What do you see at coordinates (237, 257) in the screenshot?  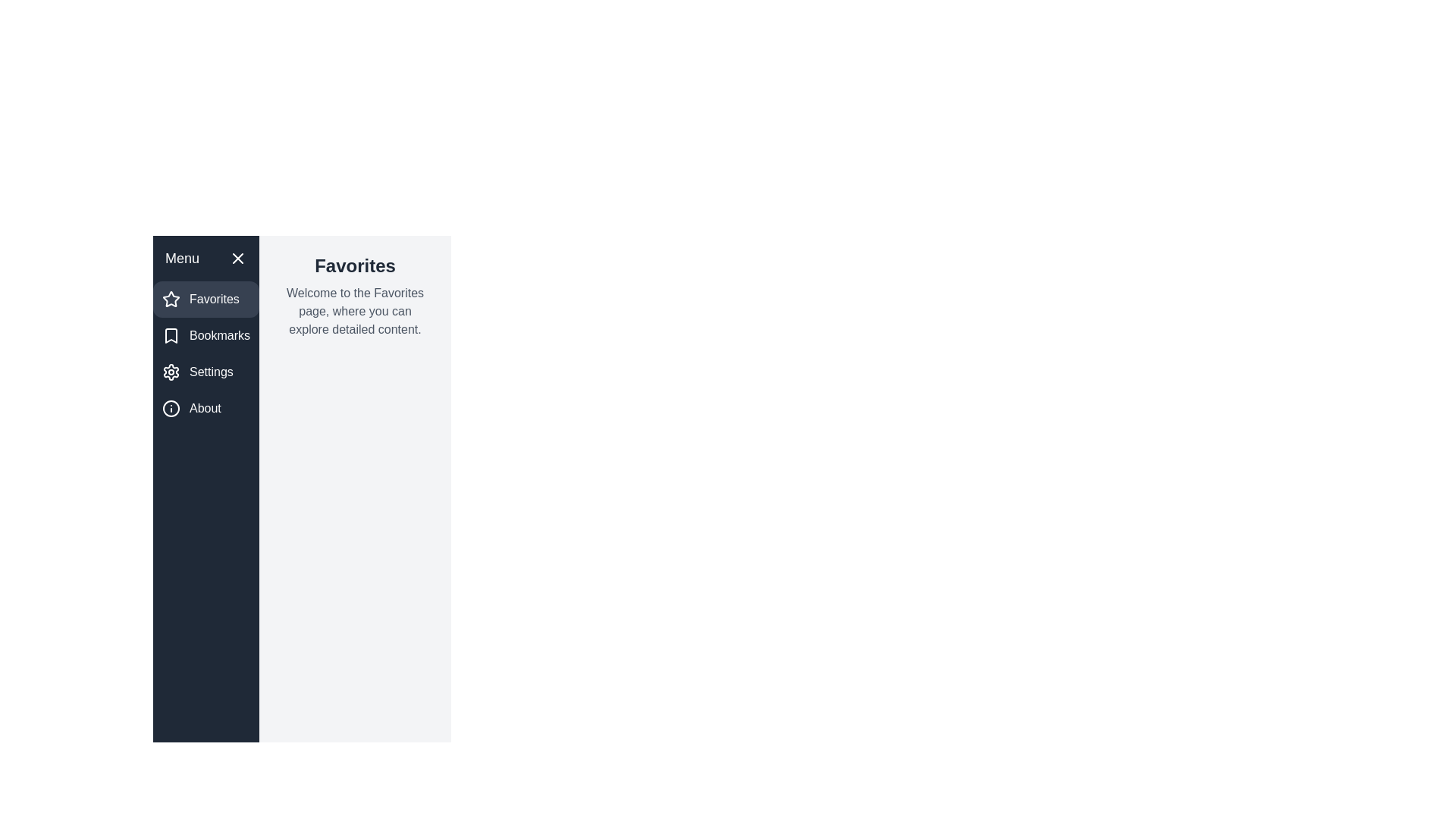 I see `the close icon located in the top-left corner of the interface, near the 'Menu' text, to prepare for dismissing the sidebar menu` at bounding box center [237, 257].